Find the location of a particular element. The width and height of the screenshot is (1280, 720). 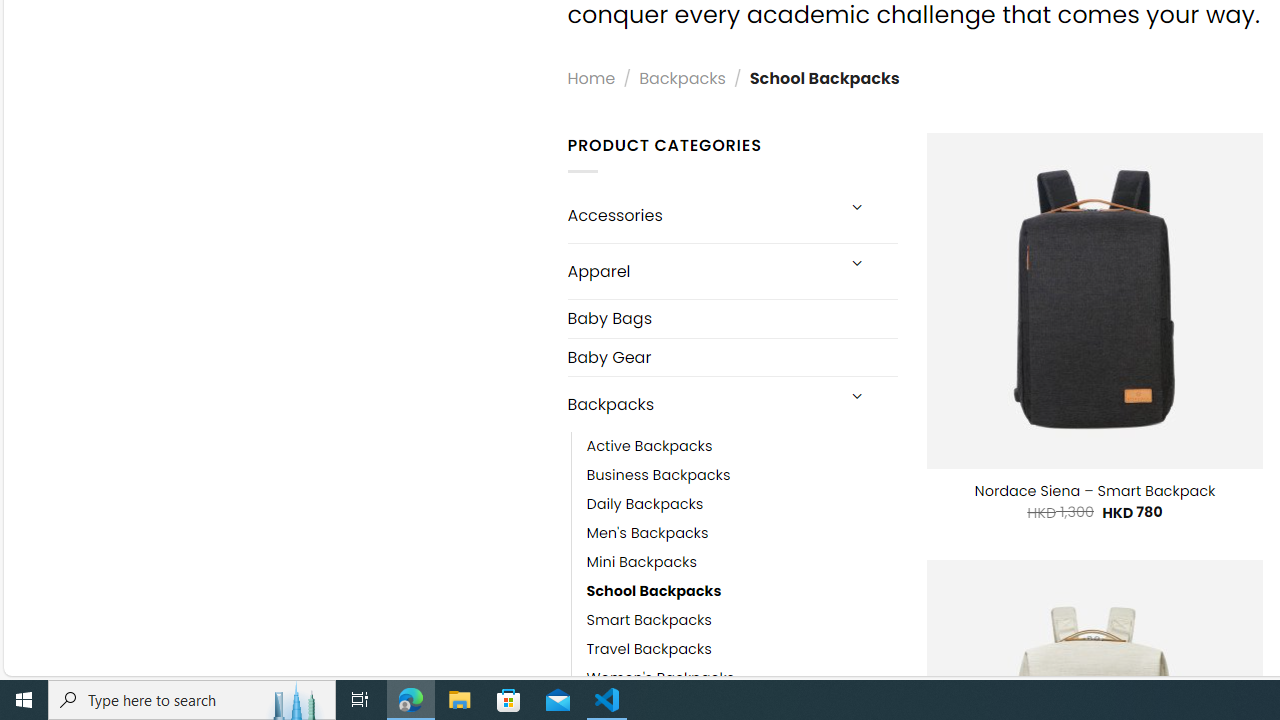

'Women' is located at coordinates (660, 677).